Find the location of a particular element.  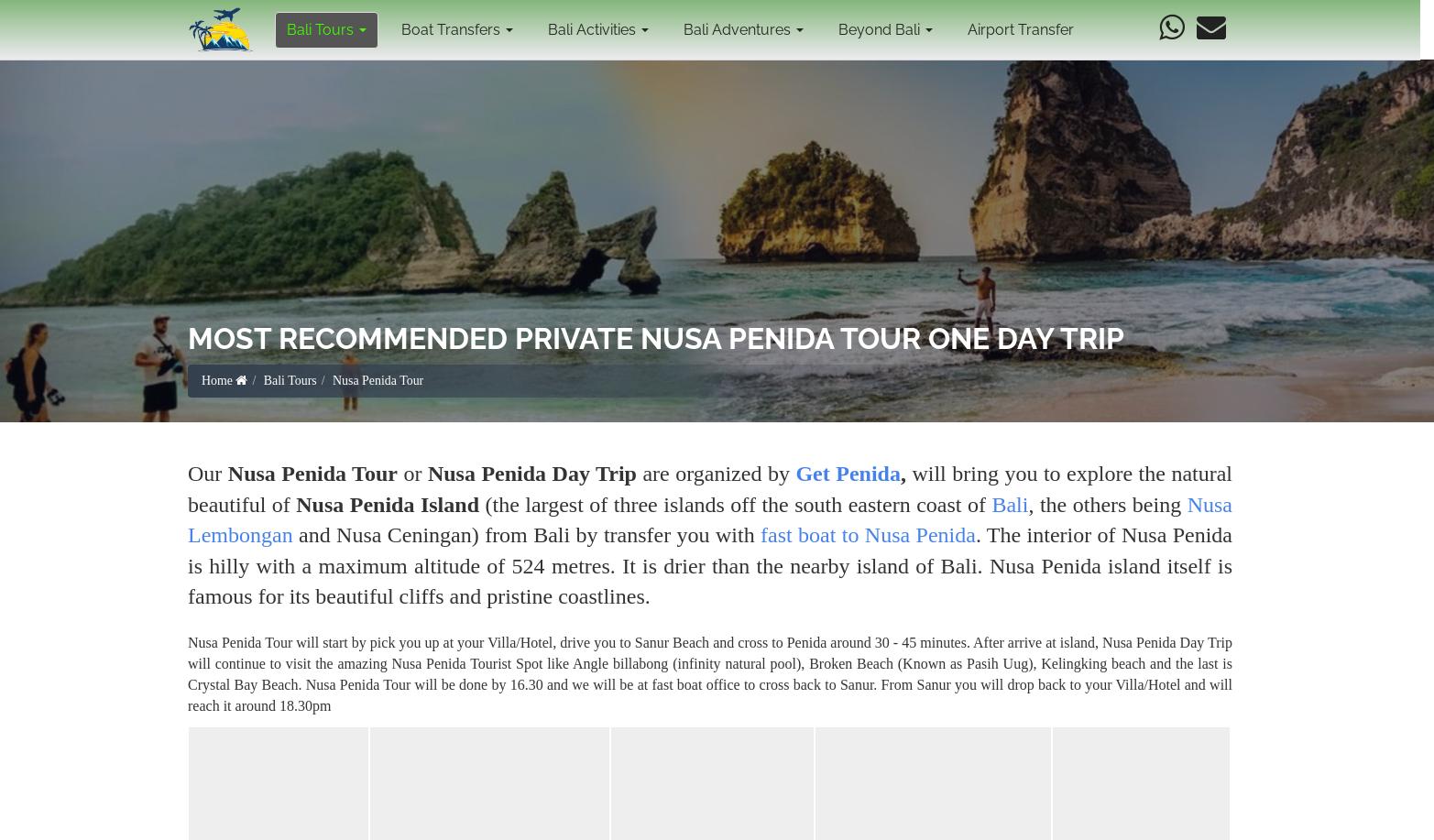

'are organized by' is located at coordinates (641, 473).